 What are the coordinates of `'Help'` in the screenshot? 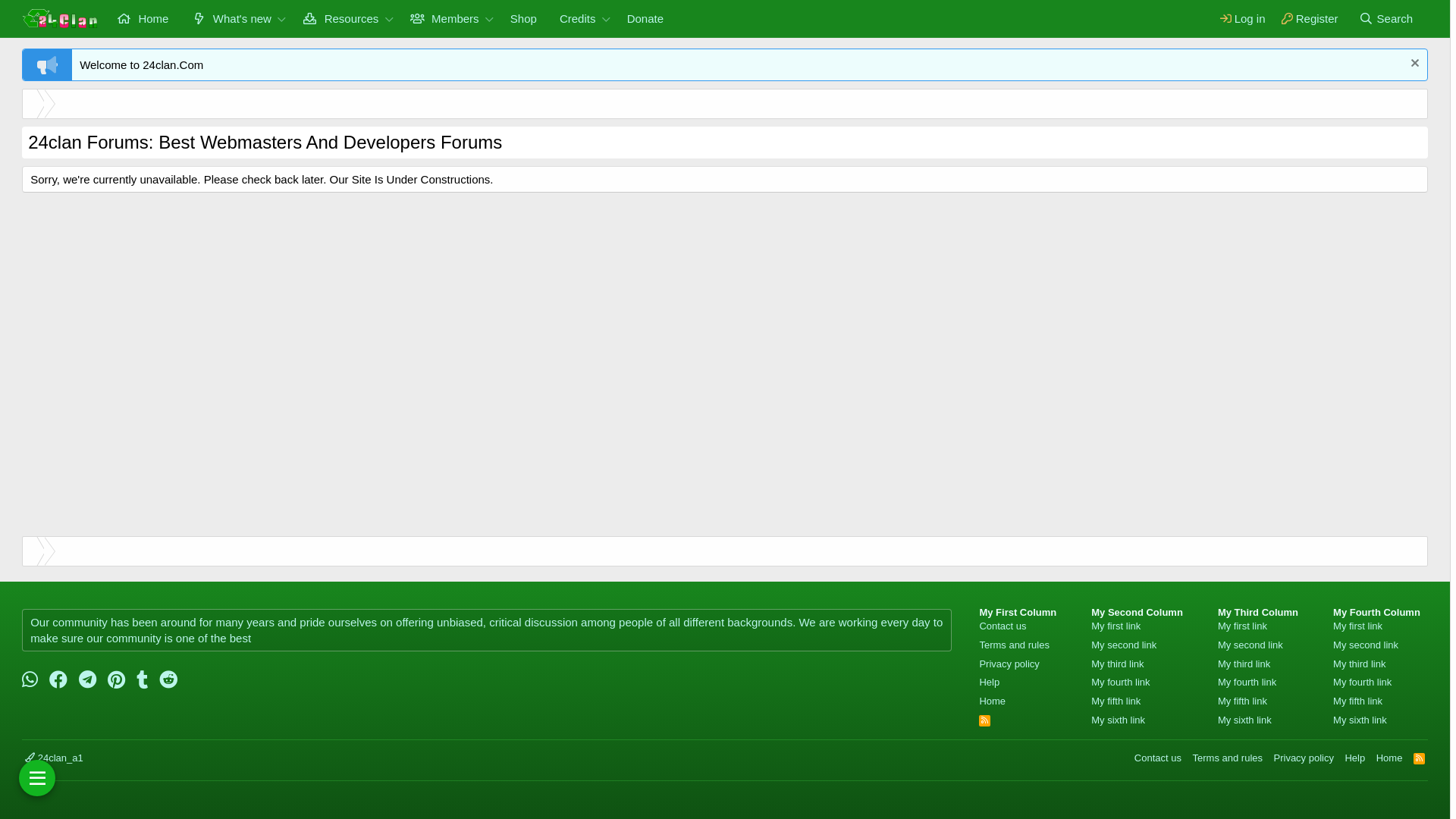 It's located at (1354, 758).